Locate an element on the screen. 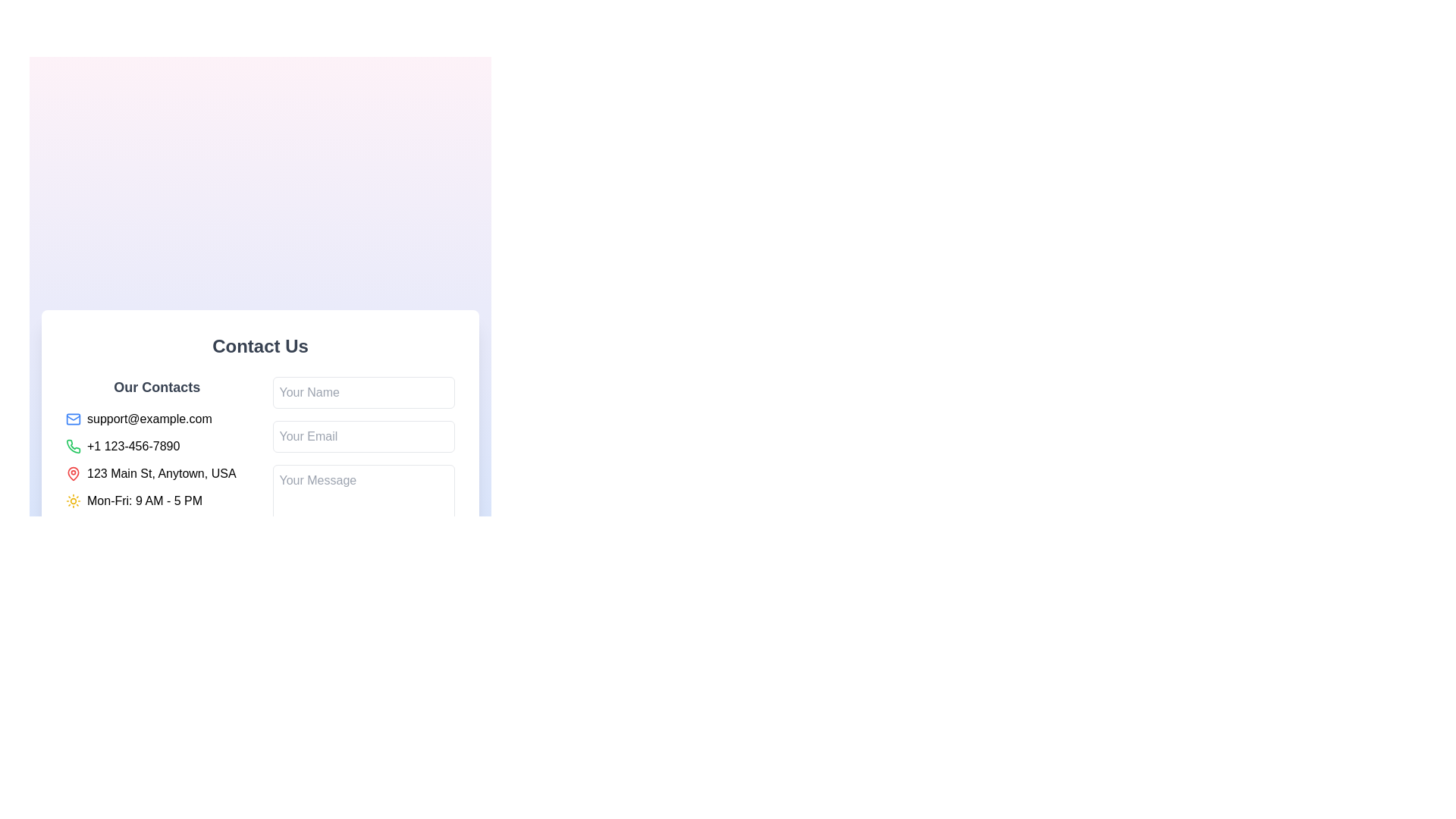 Image resolution: width=1456 pixels, height=819 pixels. the title text element that serves as a heading for the contact information section, located at the top center of the section is located at coordinates (157, 386).